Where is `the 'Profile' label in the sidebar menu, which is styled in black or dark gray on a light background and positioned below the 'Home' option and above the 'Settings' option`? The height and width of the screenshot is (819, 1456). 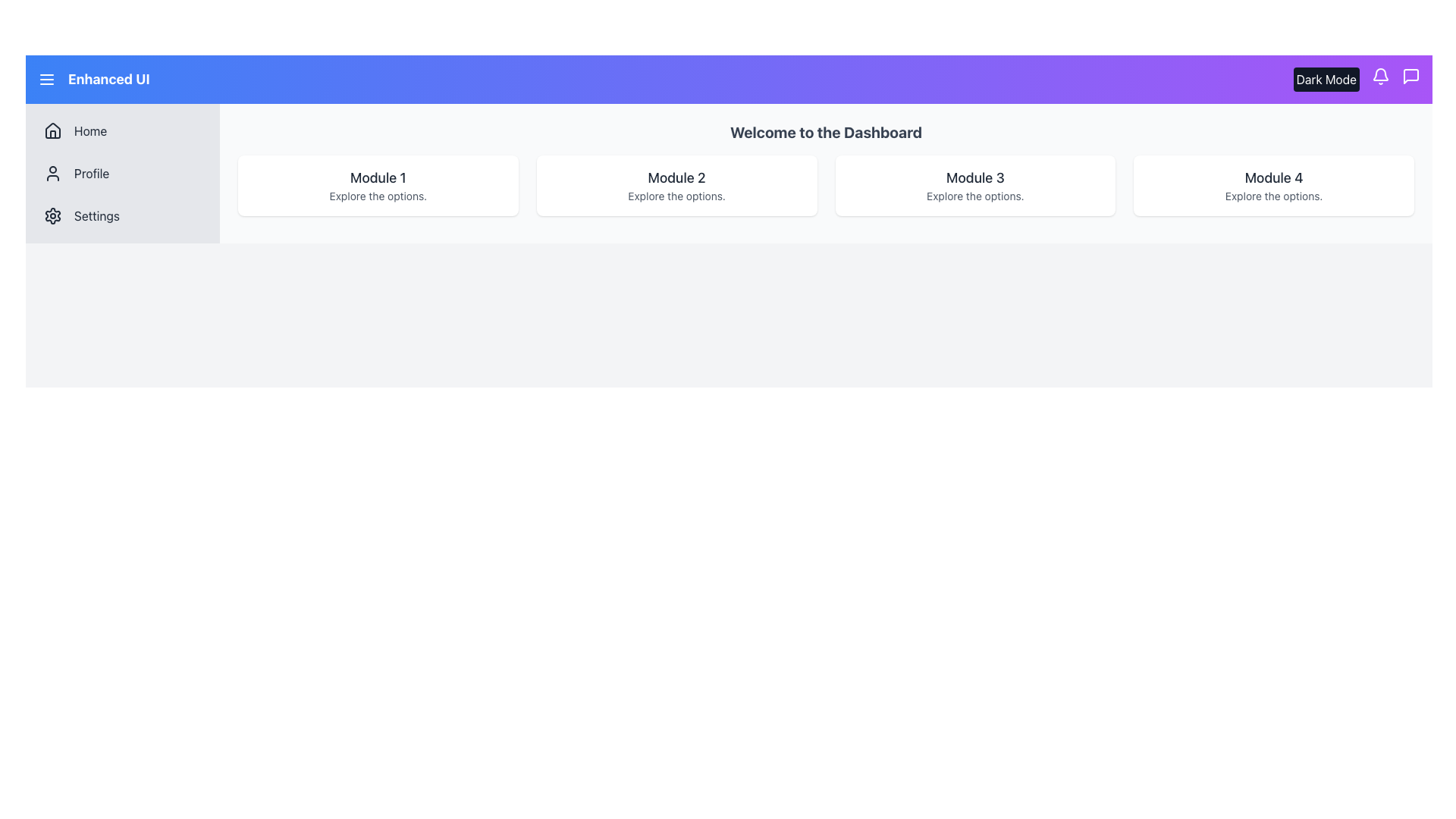
the 'Profile' label in the sidebar menu, which is styled in black or dark gray on a light background and positioned below the 'Home' option and above the 'Settings' option is located at coordinates (91, 172).